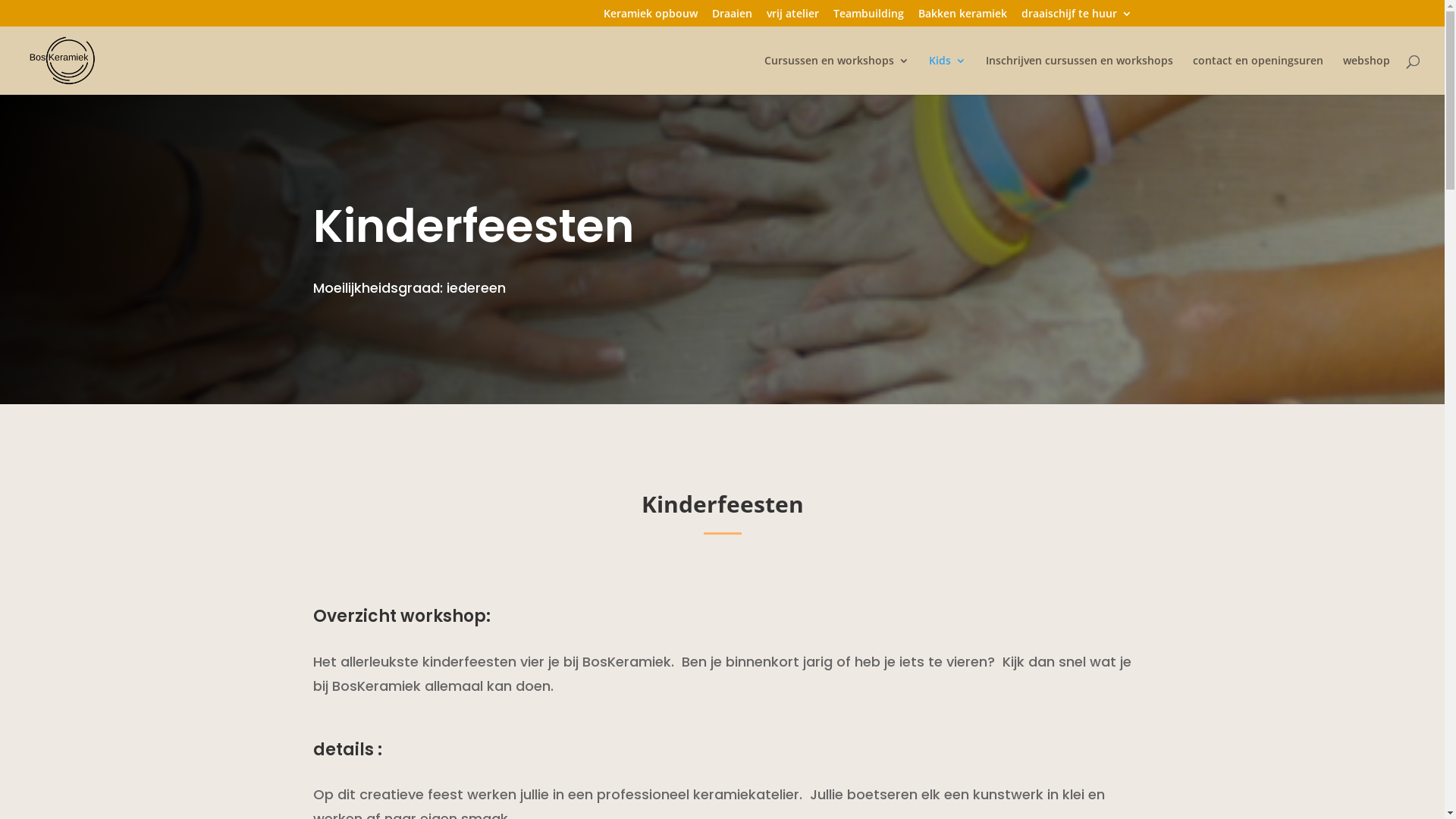 This screenshot has height=819, width=1456. Describe the element at coordinates (1078, 75) in the screenshot. I see `'Inschrijven cursussen en workshops'` at that location.